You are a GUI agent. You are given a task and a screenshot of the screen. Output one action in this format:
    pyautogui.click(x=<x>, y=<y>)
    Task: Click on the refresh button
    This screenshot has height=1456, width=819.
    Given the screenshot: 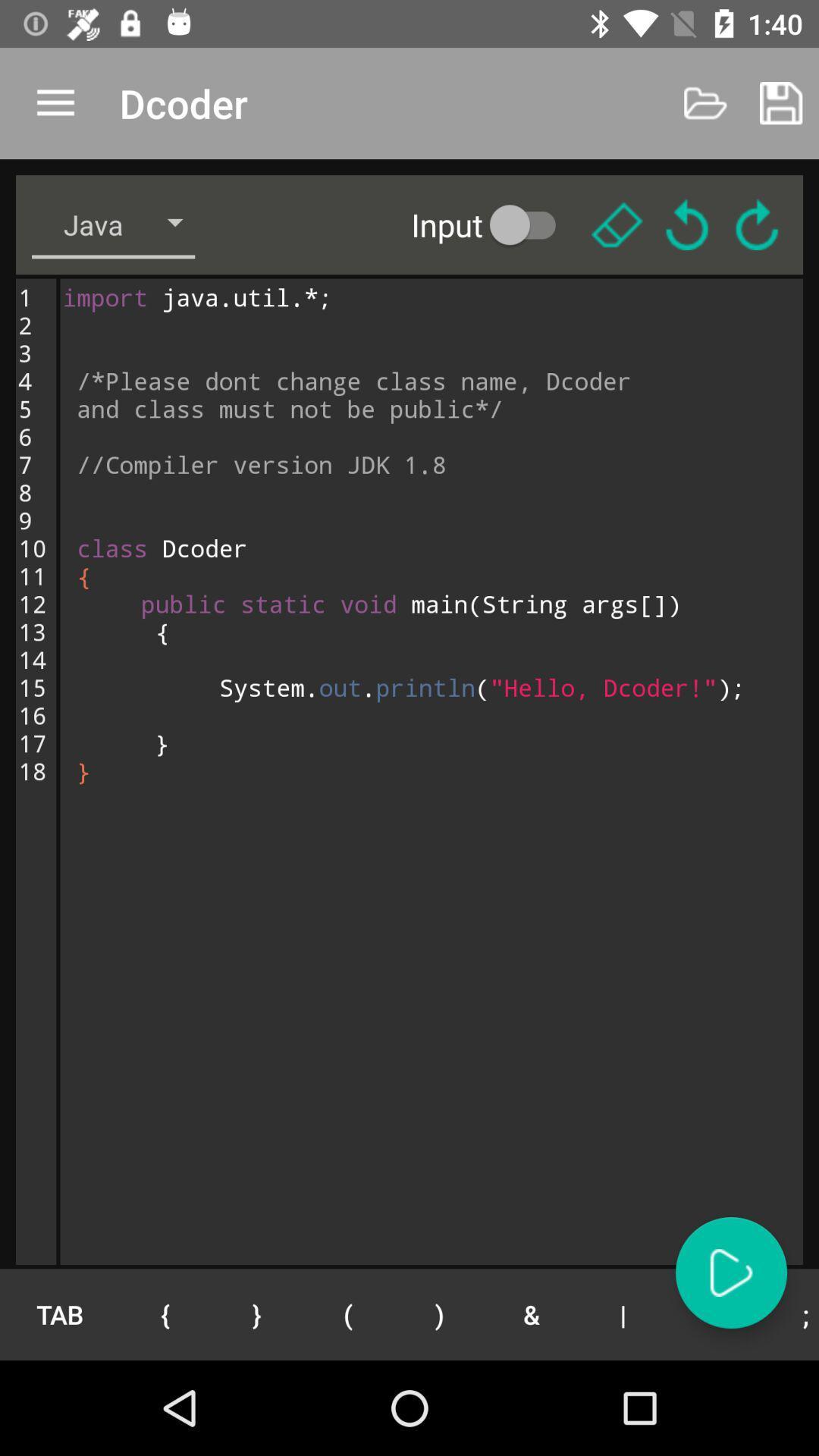 What is the action you would take?
    pyautogui.click(x=757, y=224)
    